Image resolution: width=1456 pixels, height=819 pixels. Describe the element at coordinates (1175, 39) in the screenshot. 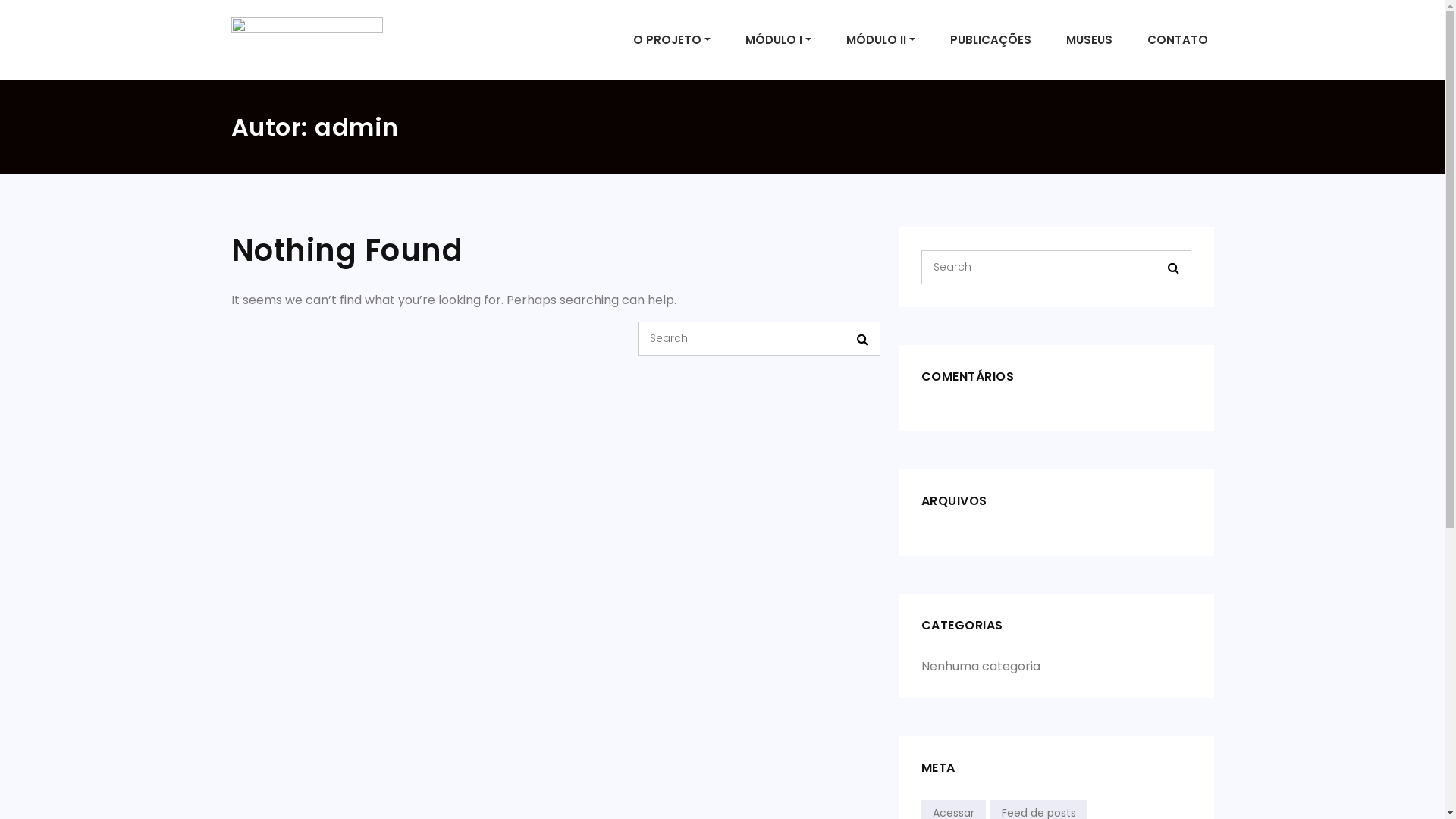

I see `'CONTATO'` at that location.